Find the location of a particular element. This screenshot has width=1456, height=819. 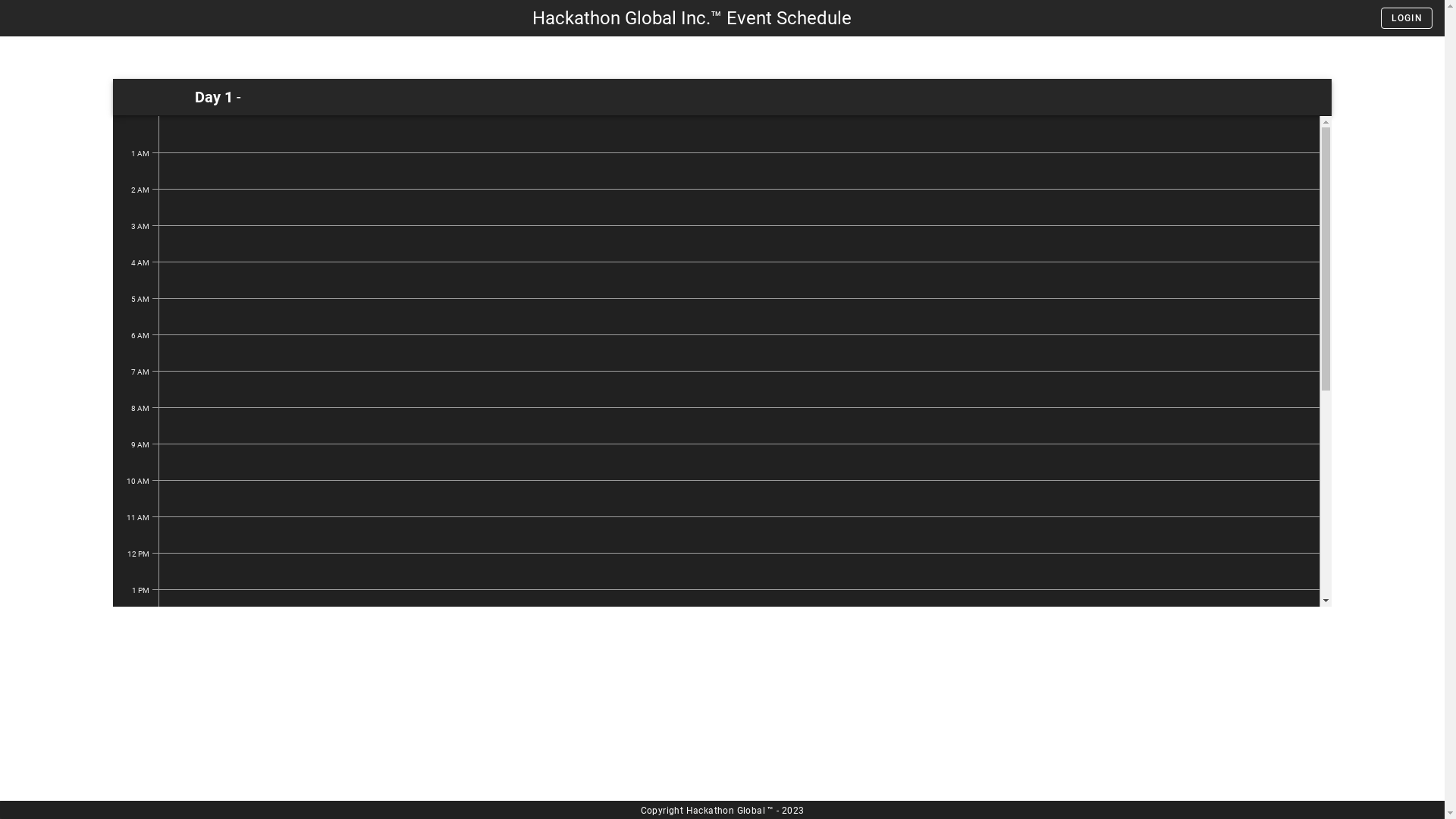

'LOGIN' is located at coordinates (1405, 17).